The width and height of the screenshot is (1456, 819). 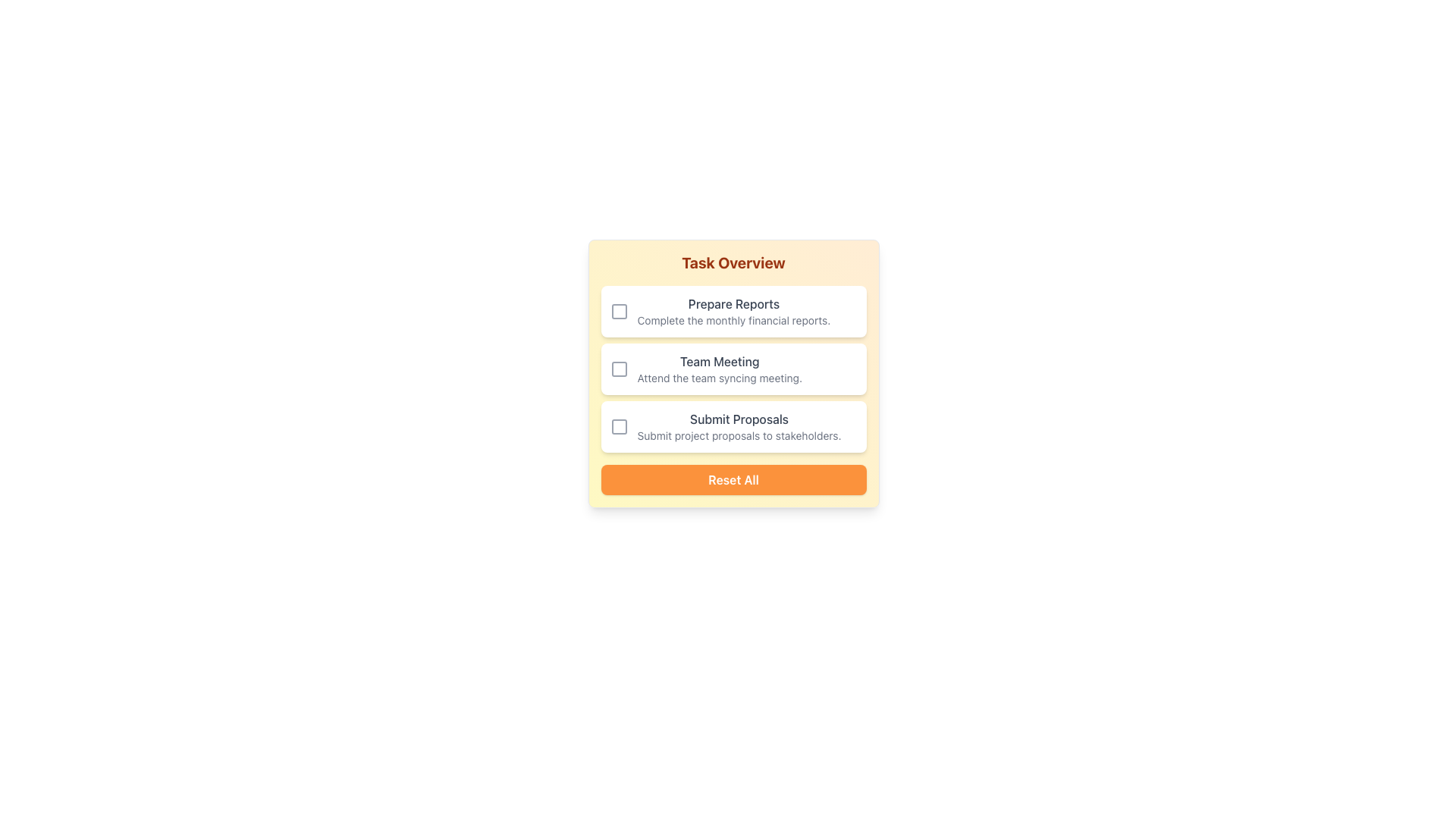 I want to click on the checkbox, which is a square icon with a hollow center and gray border, located in the third row of a vertical task list next to the text 'Submit Proposals', so click(x=619, y=427).